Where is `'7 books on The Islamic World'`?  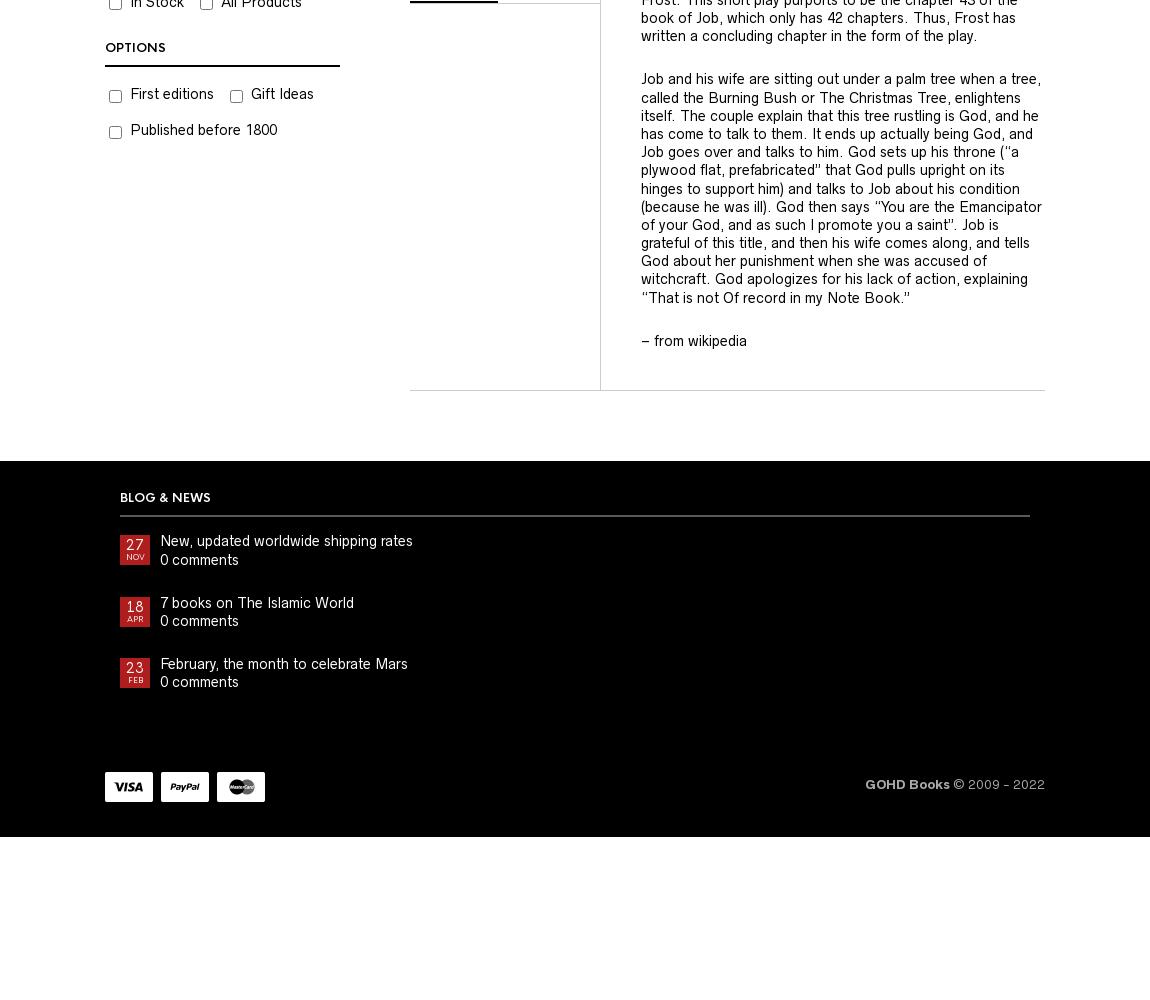 '7 books on The Islamic World' is located at coordinates (256, 601).